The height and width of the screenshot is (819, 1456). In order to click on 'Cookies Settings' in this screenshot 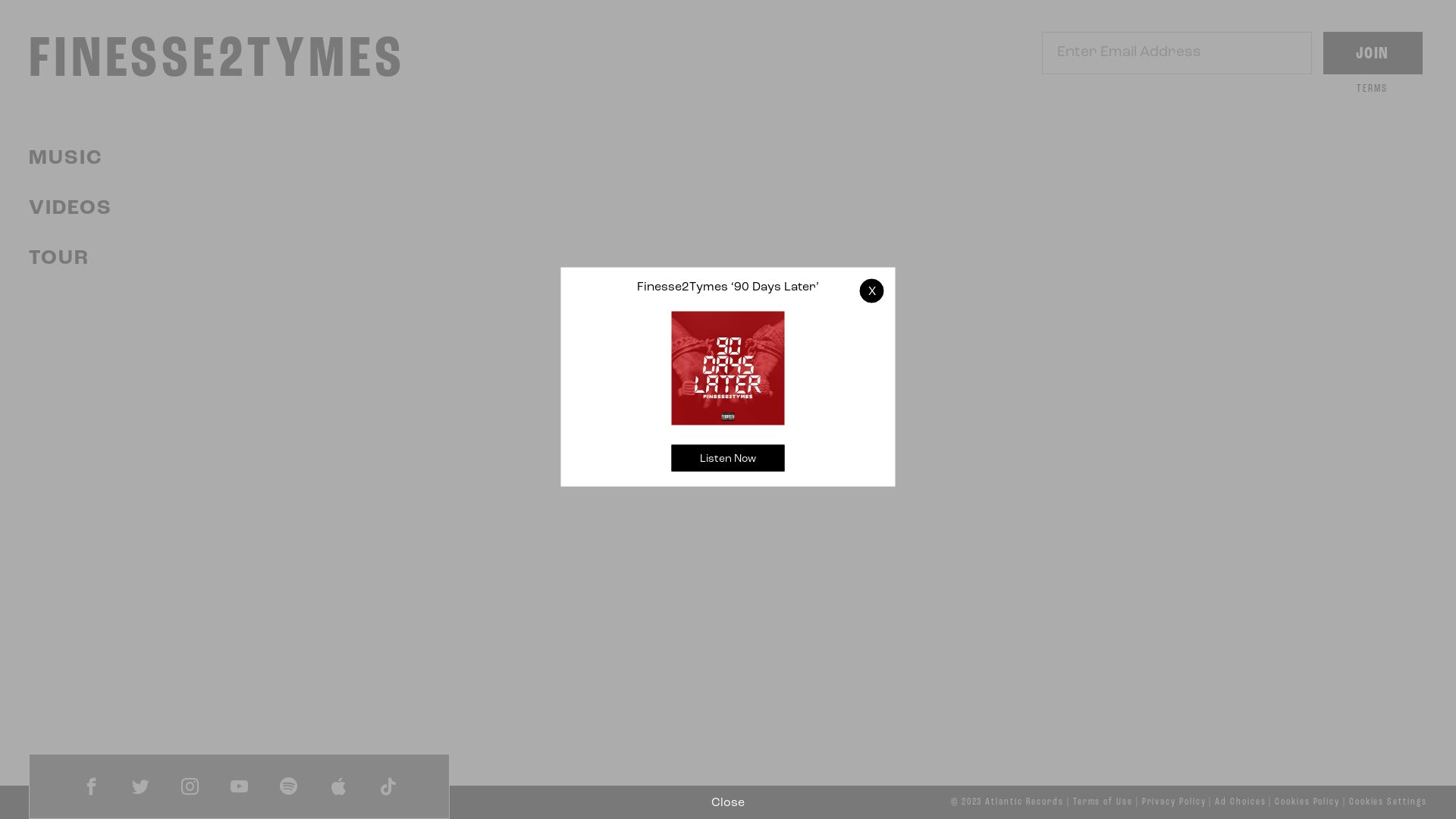, I will do `click(1388, 801)`.